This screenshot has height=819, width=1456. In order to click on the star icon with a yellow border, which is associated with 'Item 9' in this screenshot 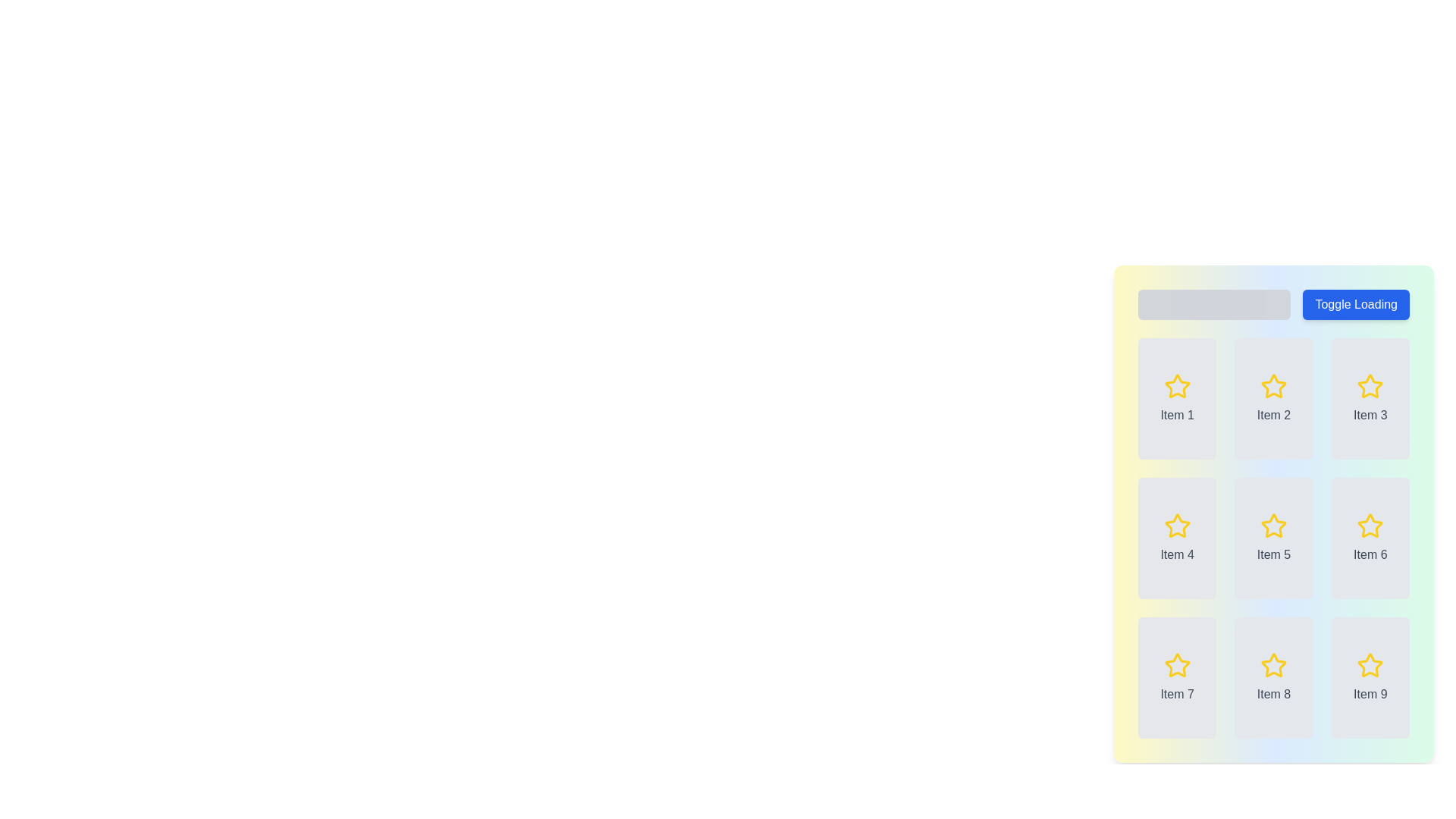, I will do `click(1370, 664)`.